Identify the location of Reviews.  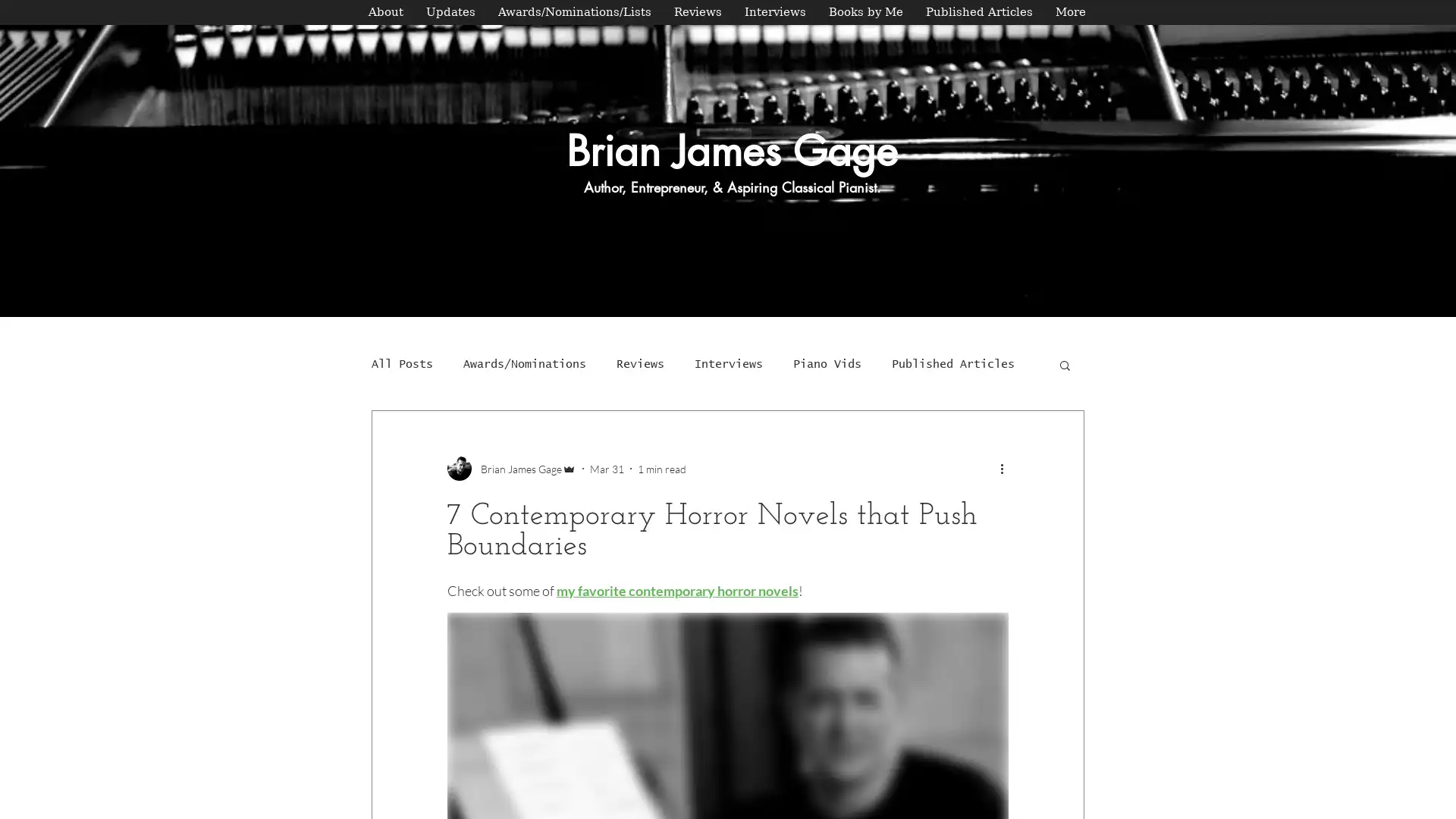
(640, 365).